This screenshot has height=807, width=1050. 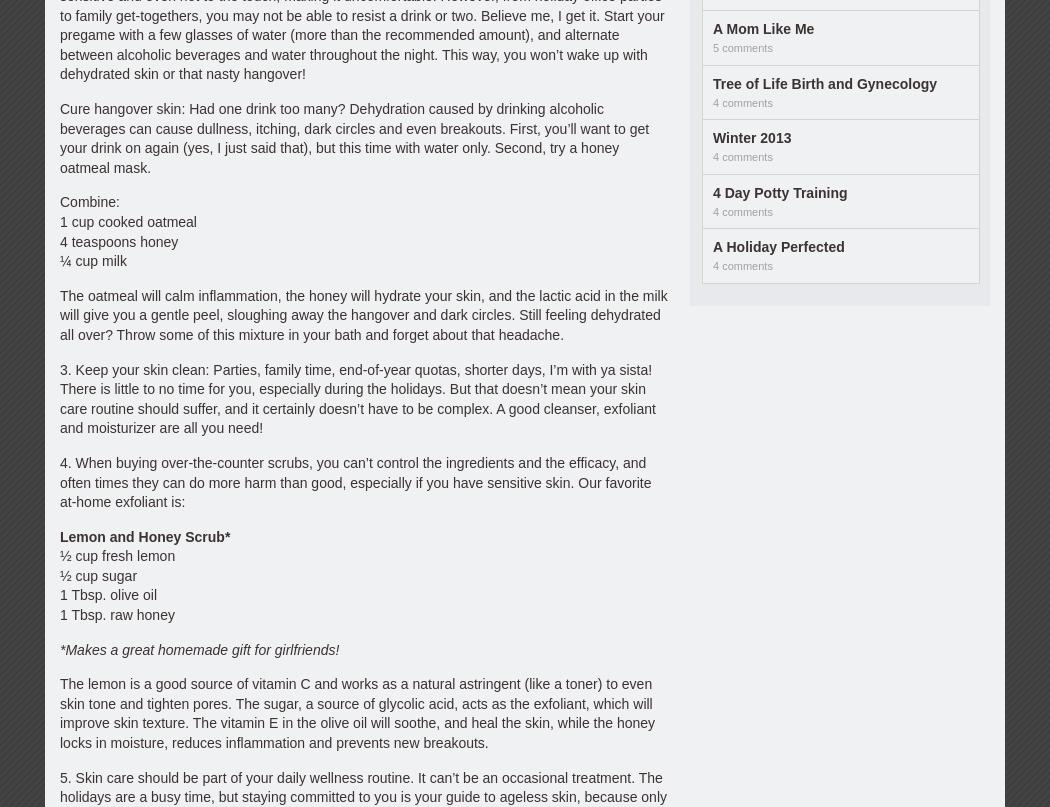 I want to click on '½ cup fresh lemon', so click(x=58, y=556).